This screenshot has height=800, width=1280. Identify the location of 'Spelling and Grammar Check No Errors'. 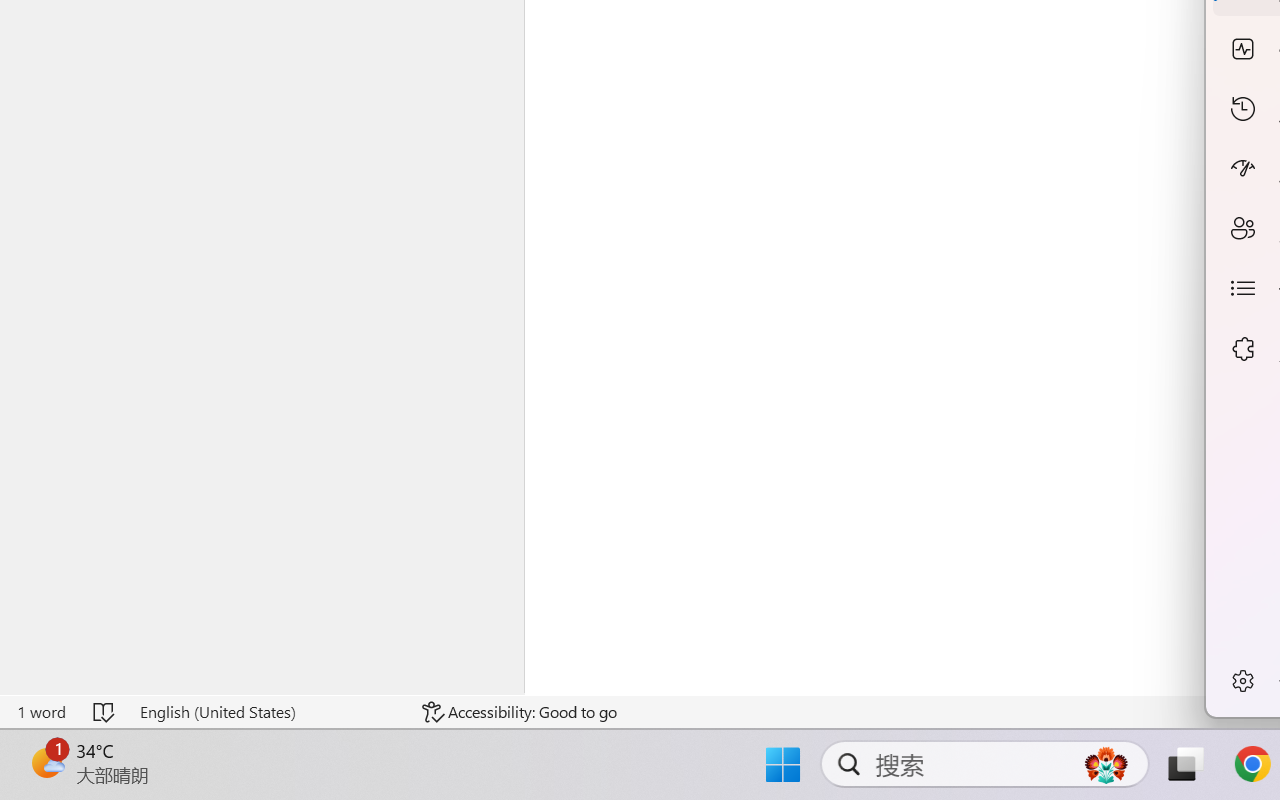
(104, 711).